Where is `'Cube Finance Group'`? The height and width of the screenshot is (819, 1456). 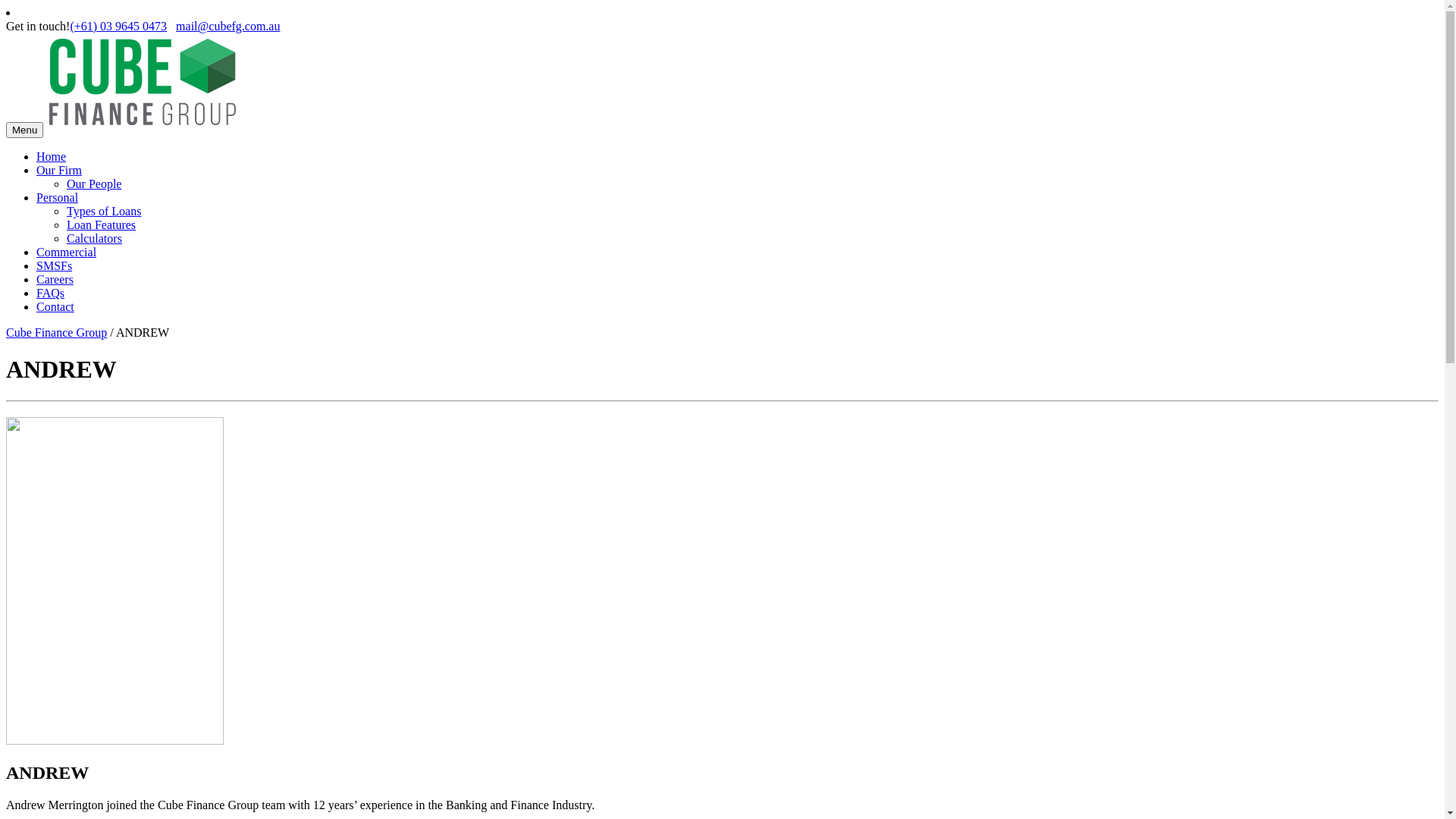 'Cube Finance Group' is located at coordinates (56, 331).